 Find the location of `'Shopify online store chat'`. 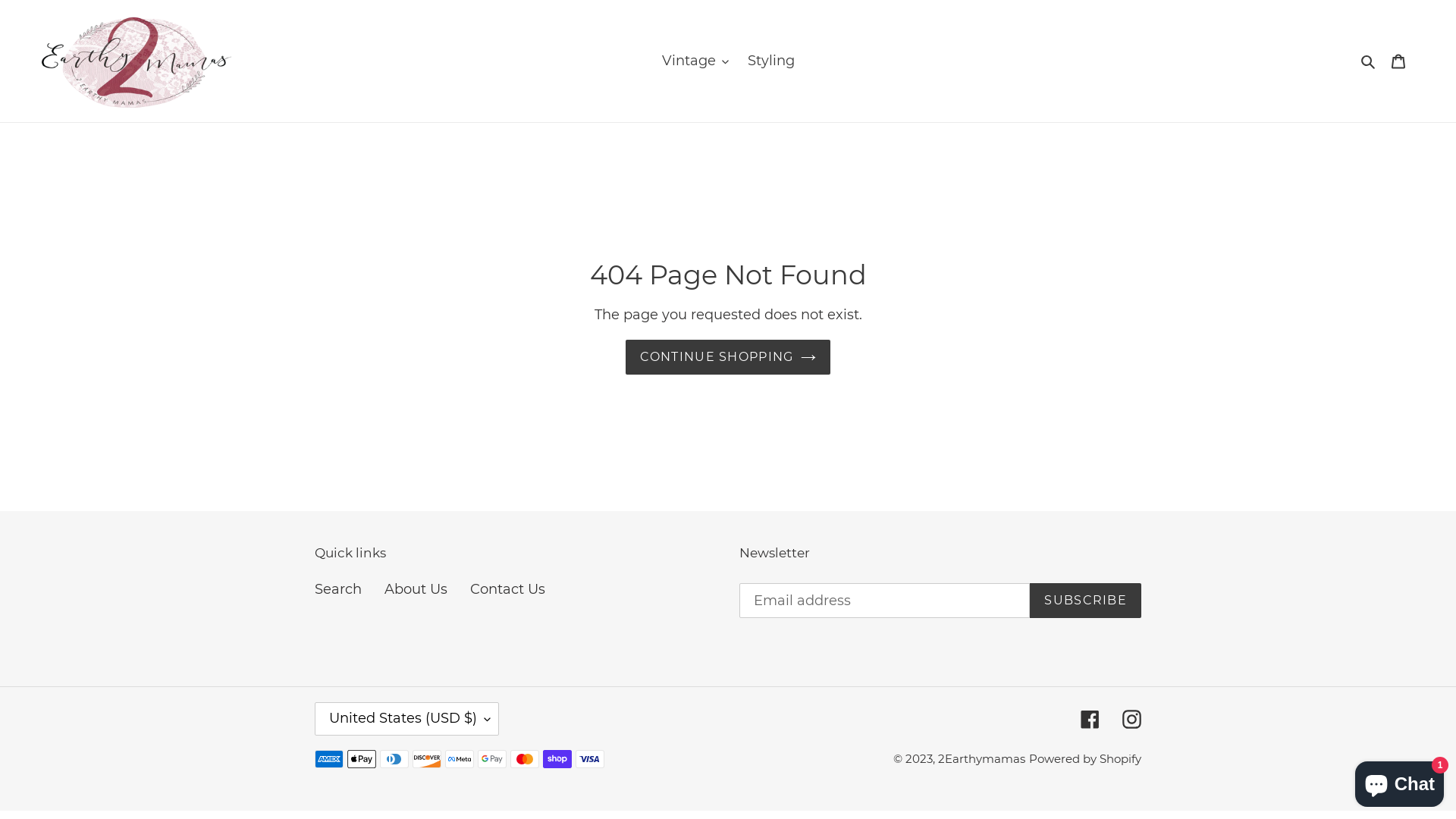

'Shopify online store chat' is located at coordinates (1398, 780).